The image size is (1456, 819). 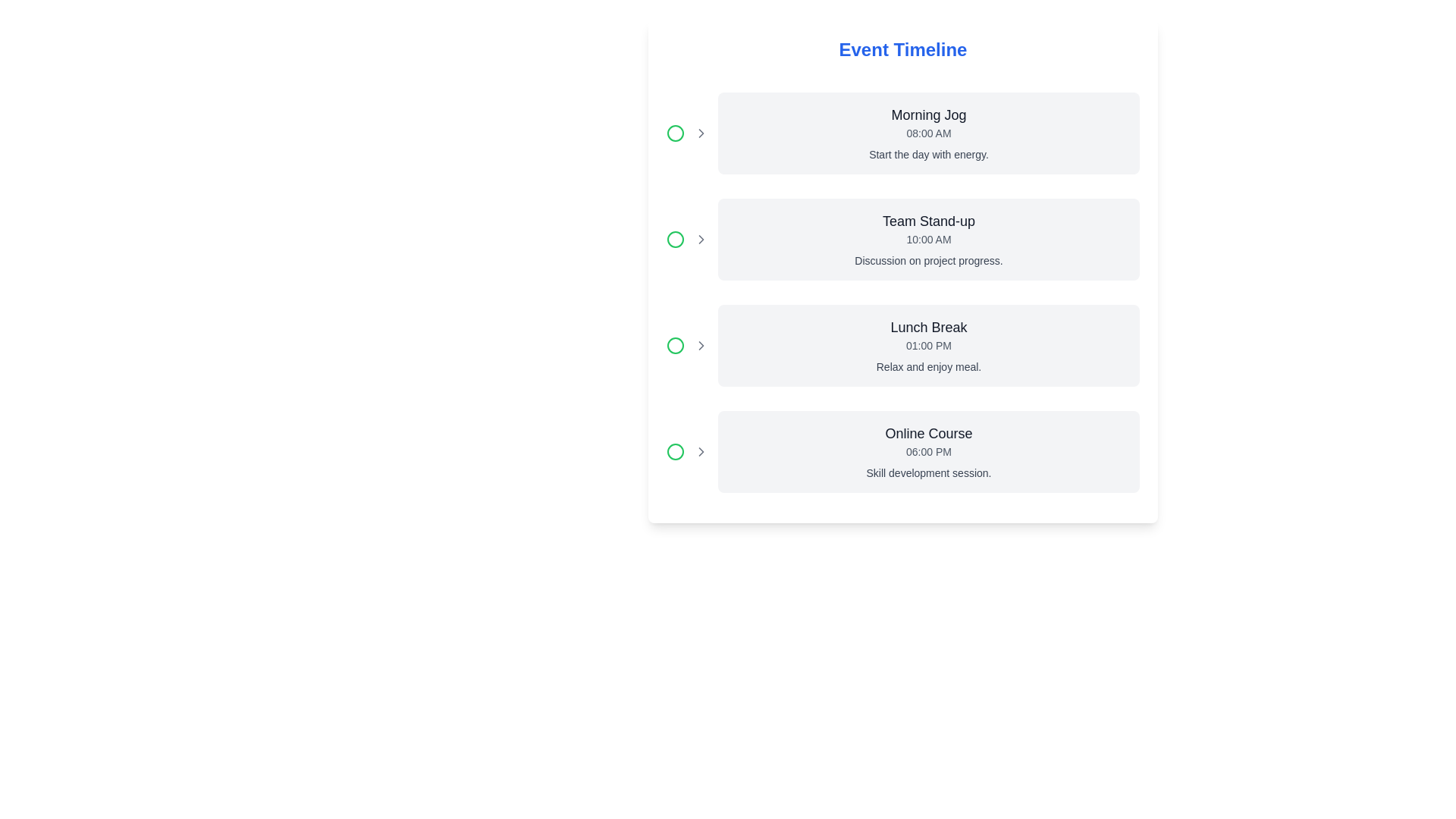 What do you see at coordinates (675, 451) in the screenshot?
I see `the circular icon with a green outline and fill, located to the left of the 'Online Course' text in the timeline section for status indication` at bounding box center [675, 451].